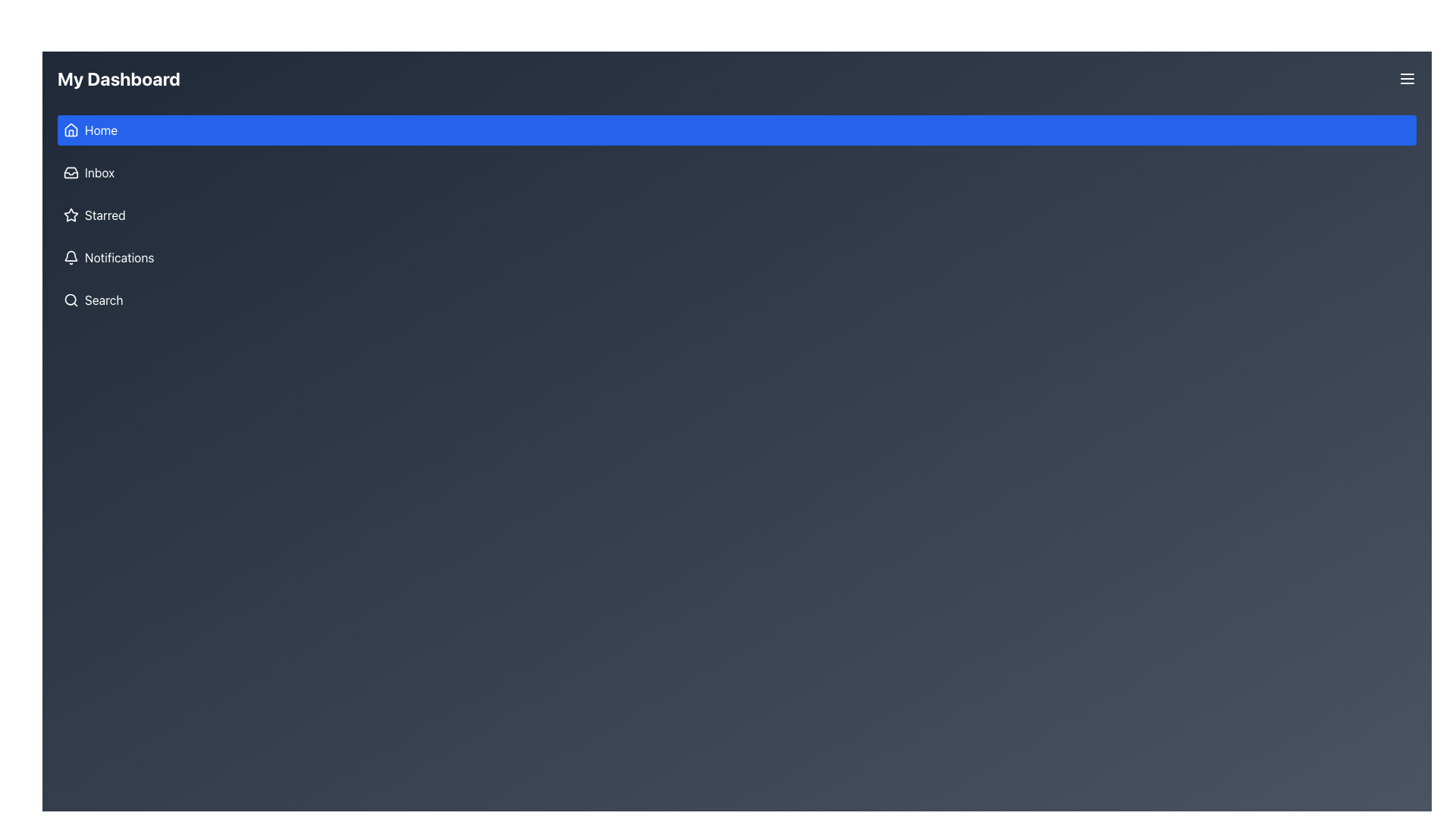  What do you see at coordinates (71, 171) in the screenshot?
I see `the 'Inbox' icon located in the vertical navigation menu, which is positioned below the 'Home' menu item and above the 'Starred' menu item` at bounding box center [71, 171].